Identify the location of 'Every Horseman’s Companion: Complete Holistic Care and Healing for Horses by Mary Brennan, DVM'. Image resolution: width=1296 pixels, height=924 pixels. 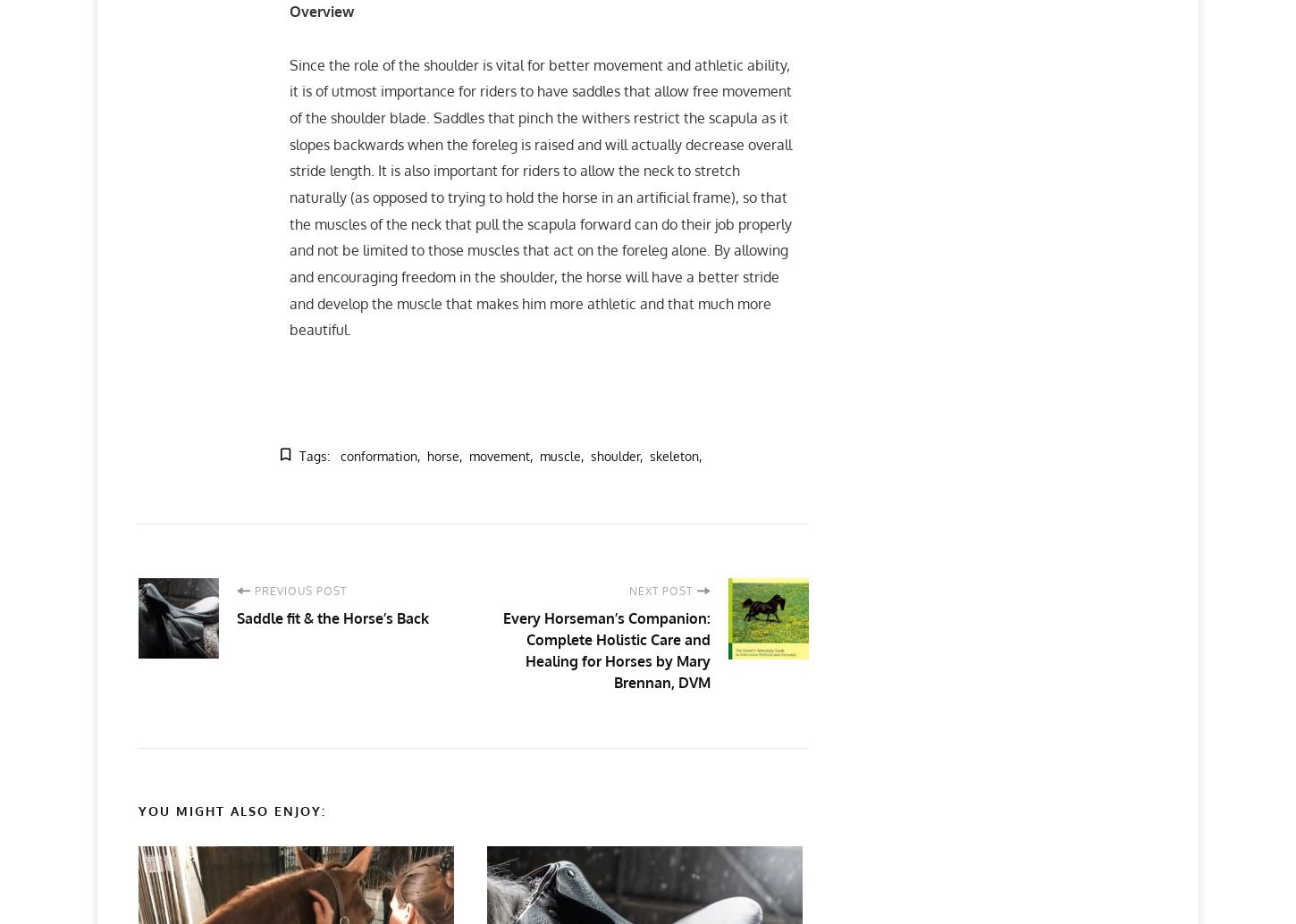
(606, 651).